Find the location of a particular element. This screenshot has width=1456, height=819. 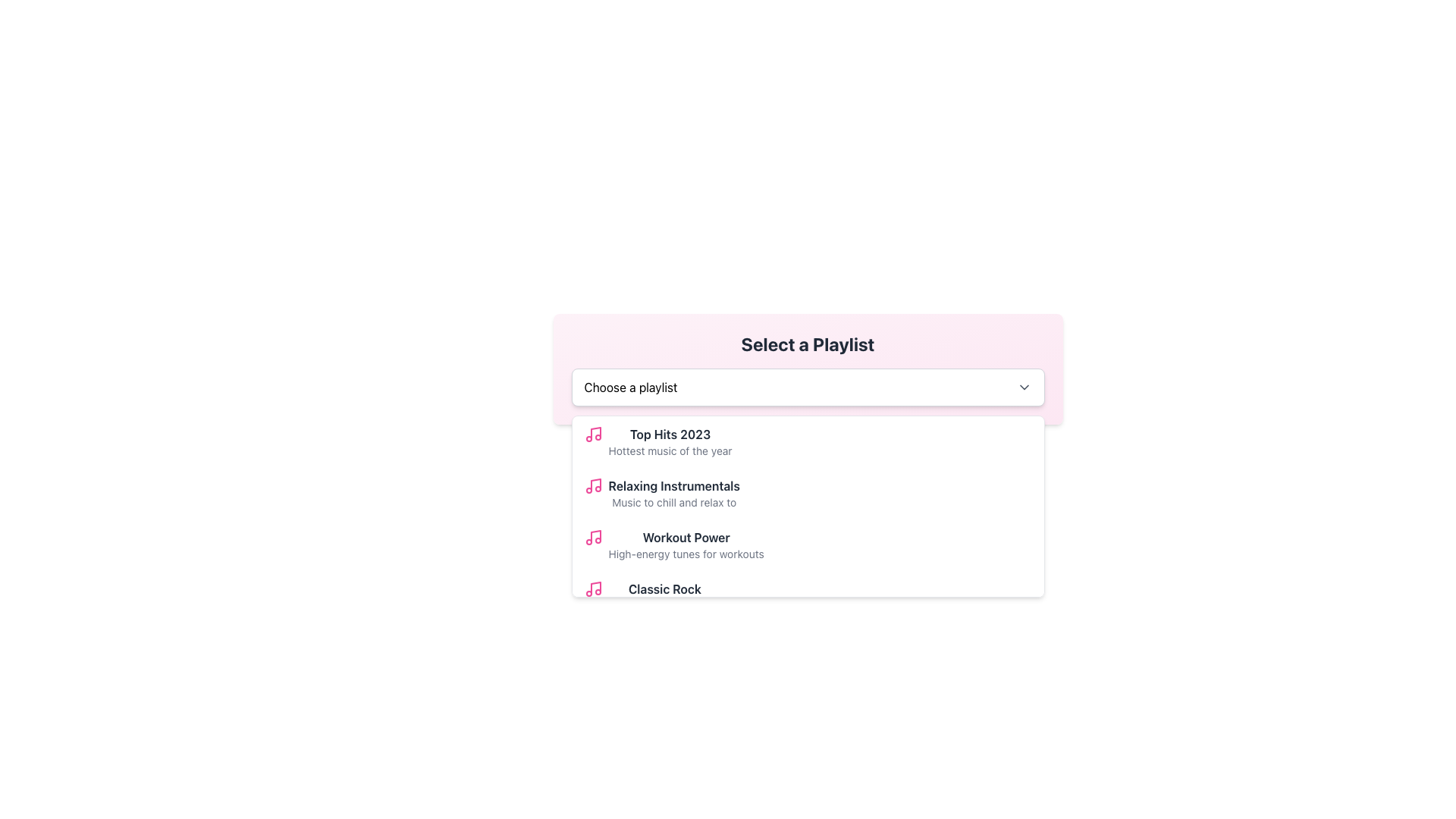

the 'Workout Power' playlist option in the selectable list is located at coordinates (686, 544).